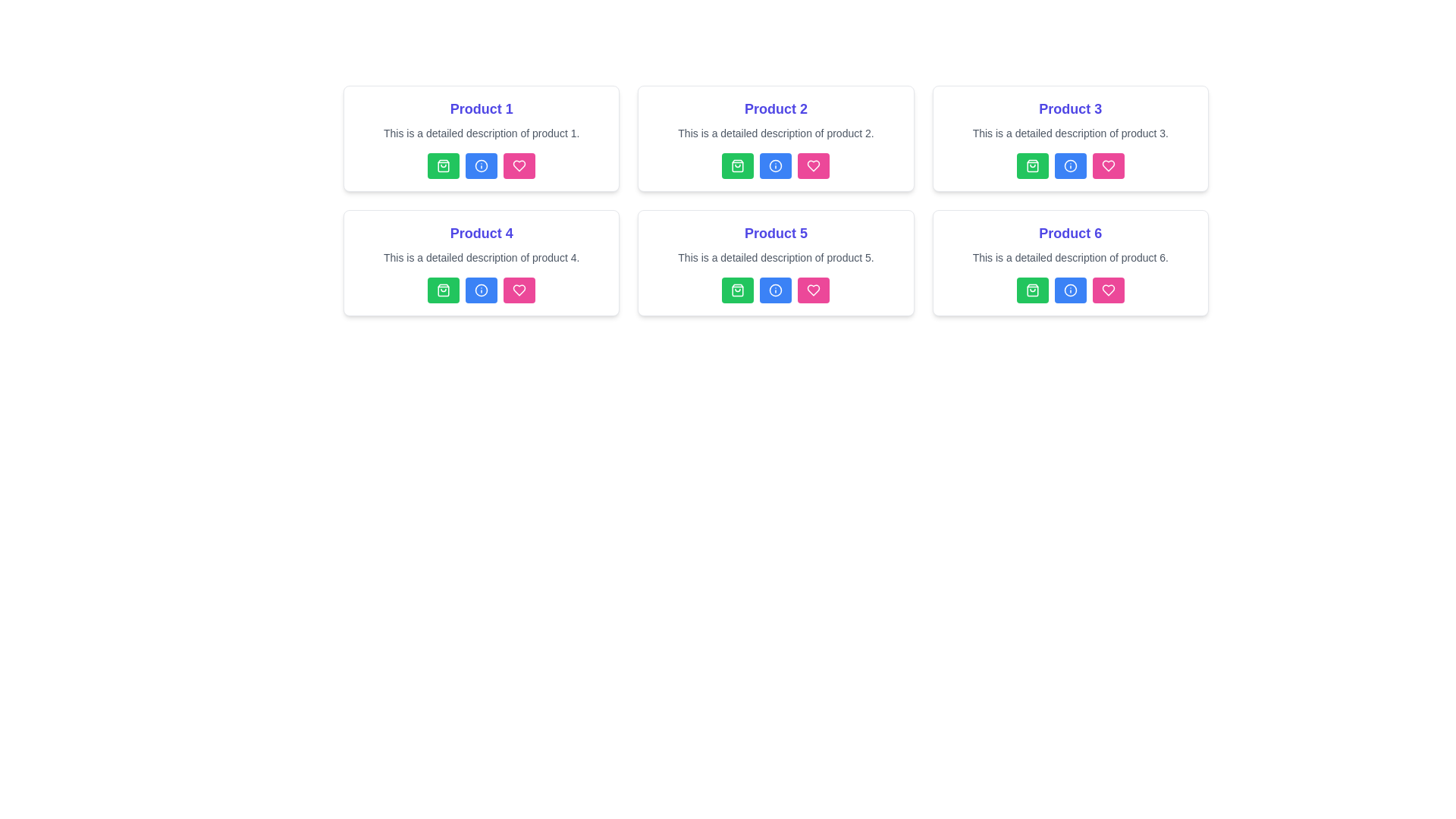  Describe the element at coordinates (1031, 290) in the screenshot. I see `the green shopping bag icon located on the far left in the button row of the 'Product 6' card` at that location.